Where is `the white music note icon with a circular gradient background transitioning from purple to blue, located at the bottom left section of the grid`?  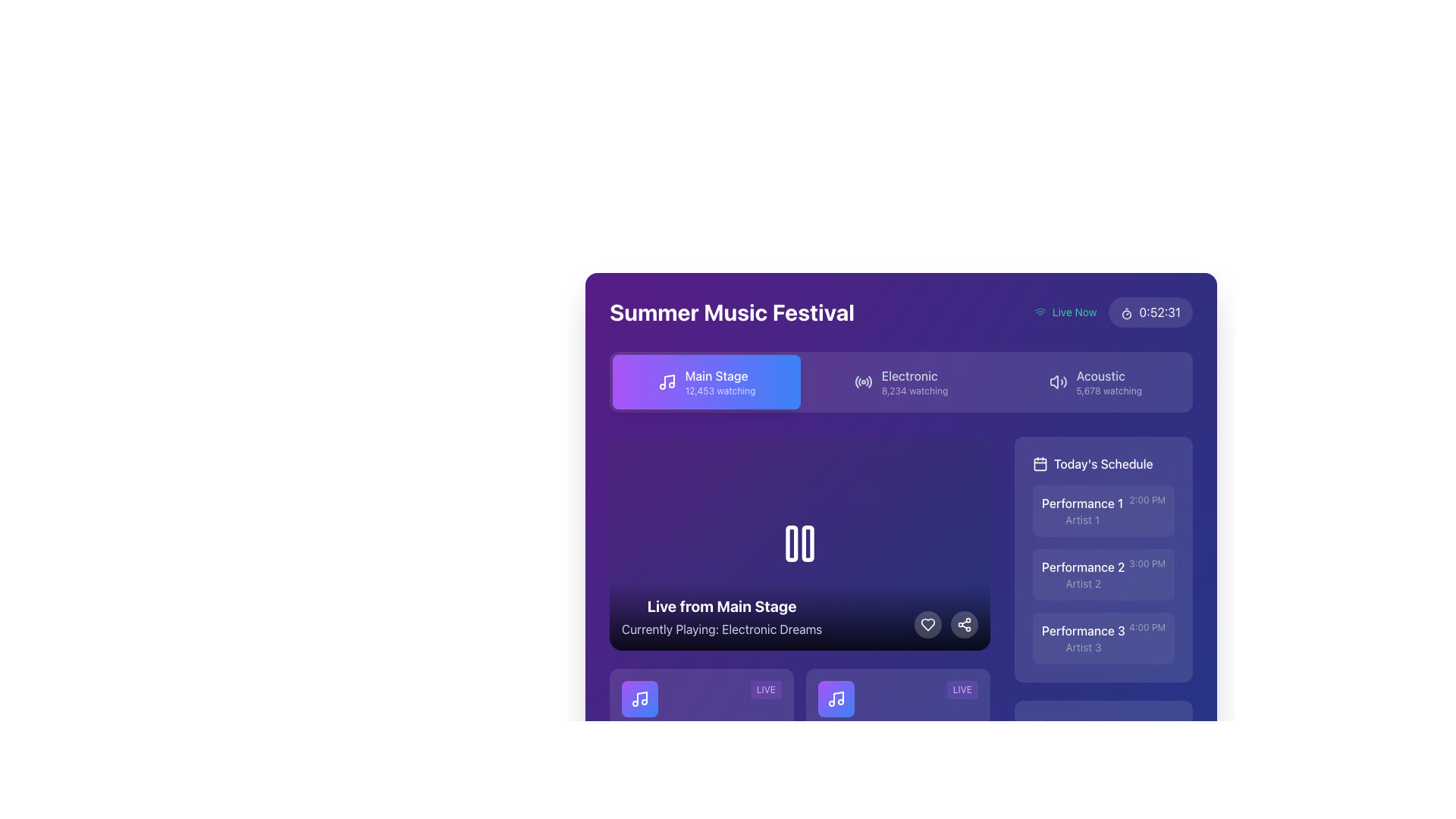 the white music note icon with a circular gradient background transitioning from purple to blue, located at the bottom left section of the grid is located at coordinates (640, 698).